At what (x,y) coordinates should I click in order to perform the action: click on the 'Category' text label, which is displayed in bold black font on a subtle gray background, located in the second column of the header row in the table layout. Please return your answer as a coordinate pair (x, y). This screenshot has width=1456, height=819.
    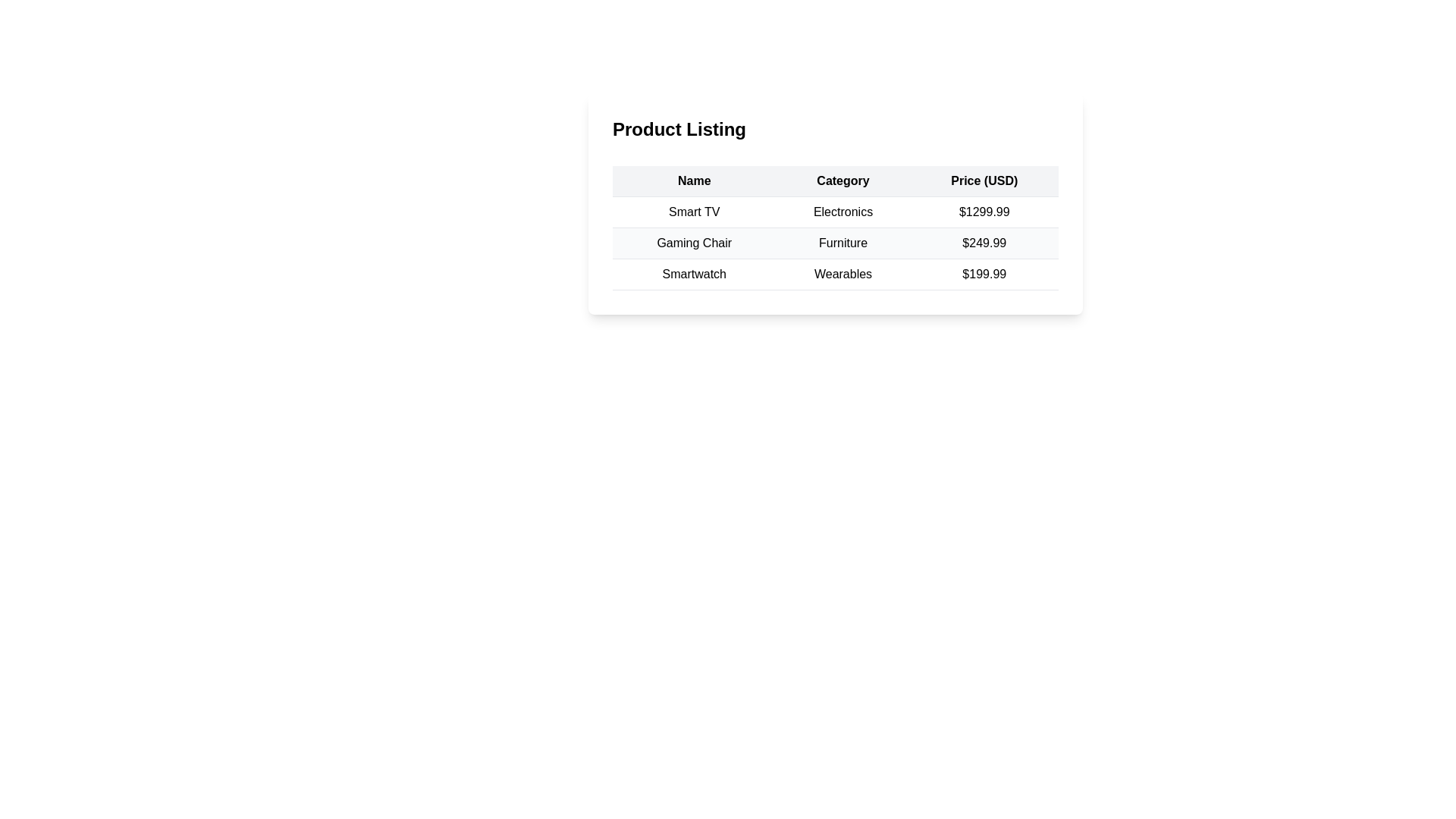
    Looking at the image, I should click on (843, 180).